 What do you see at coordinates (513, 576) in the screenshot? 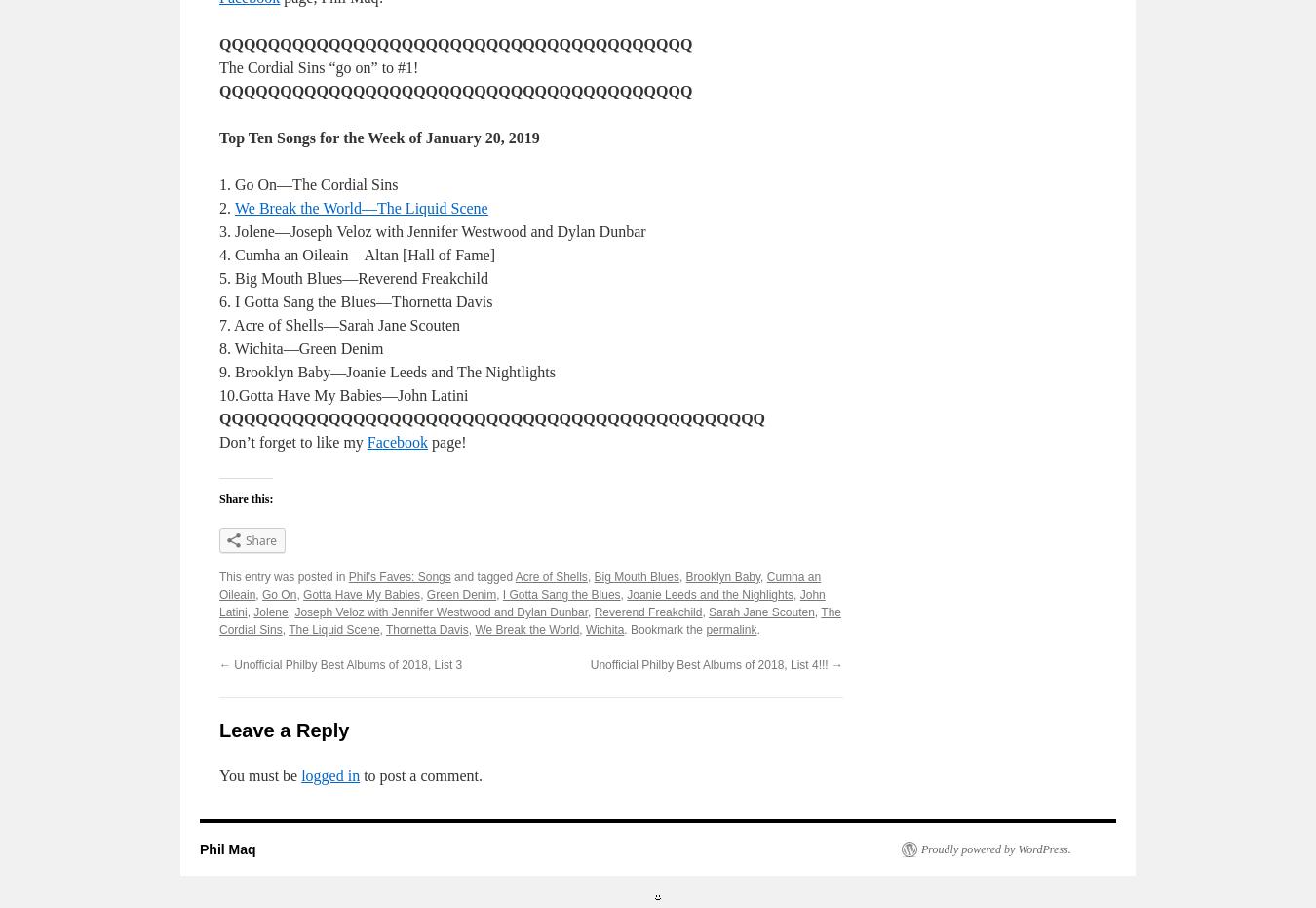
I see `'Acre of Shells'` at bounding box center [513, 576].